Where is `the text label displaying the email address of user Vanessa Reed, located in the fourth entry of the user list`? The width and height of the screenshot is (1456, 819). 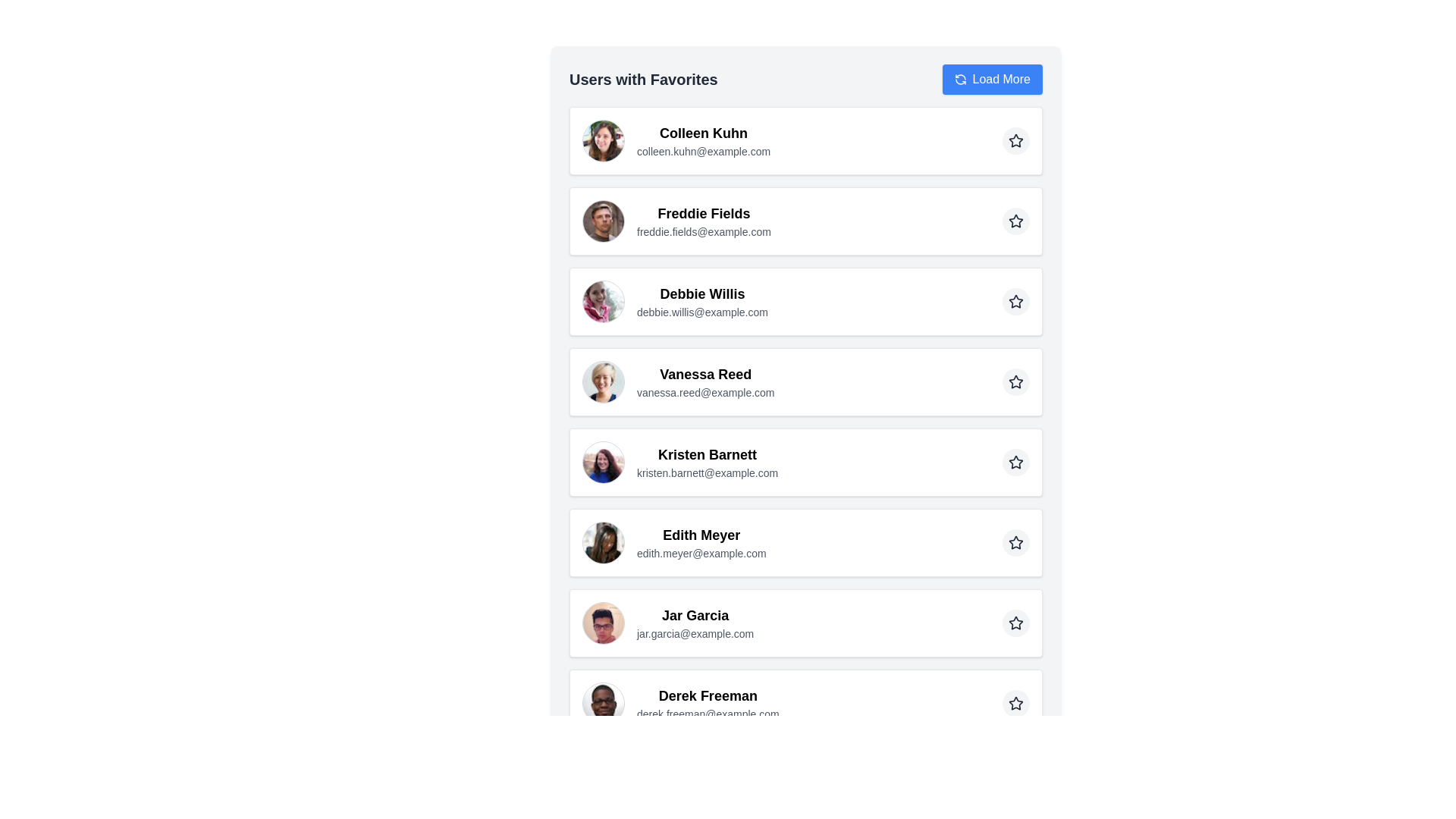
the text label displaying the email address of user Vanessa Reed, located in the fourth entry of the user list is located at coordinates (704, 391).